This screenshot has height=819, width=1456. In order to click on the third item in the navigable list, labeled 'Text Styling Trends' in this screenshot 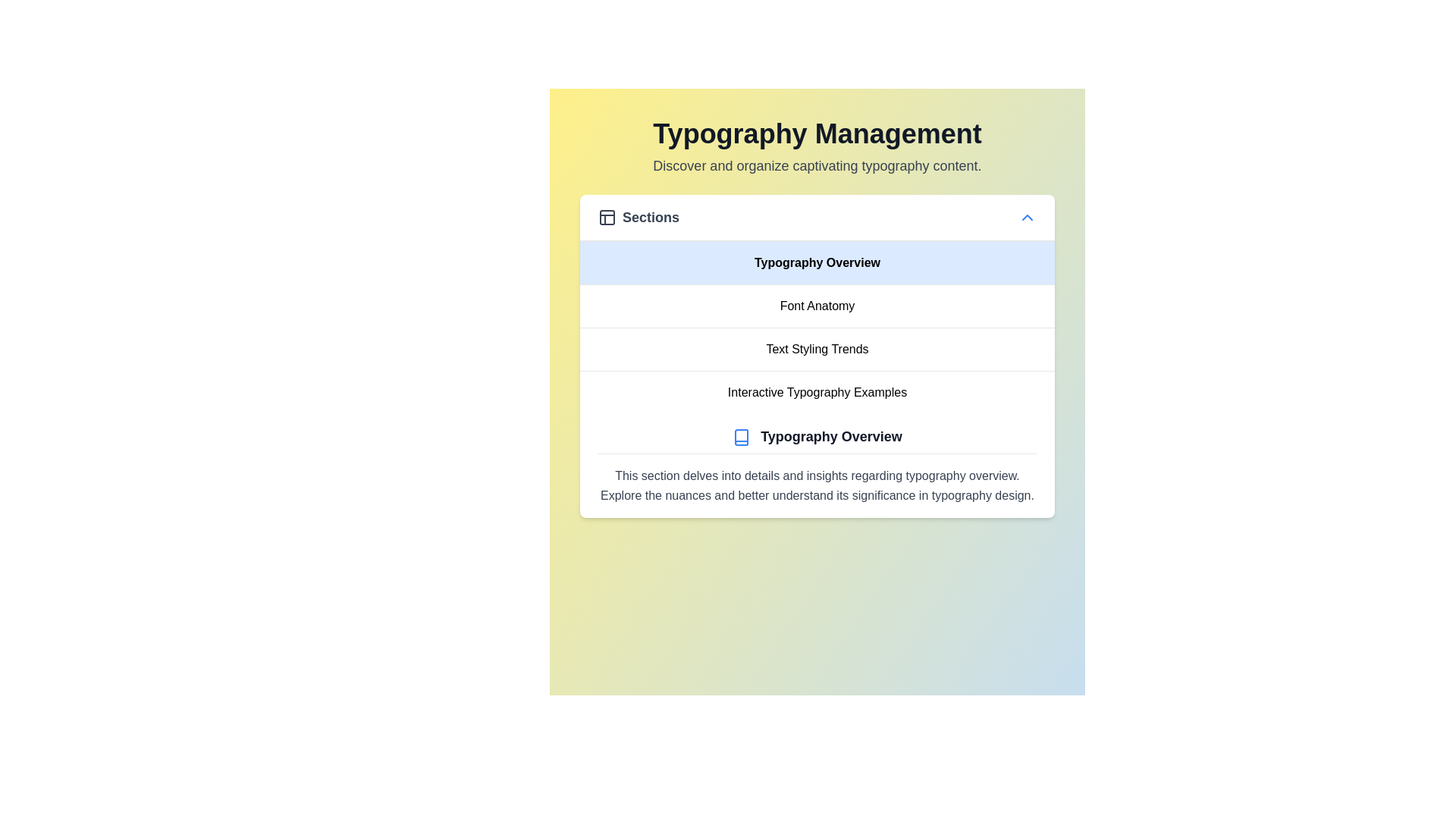, I will do `click(817, 327)`.